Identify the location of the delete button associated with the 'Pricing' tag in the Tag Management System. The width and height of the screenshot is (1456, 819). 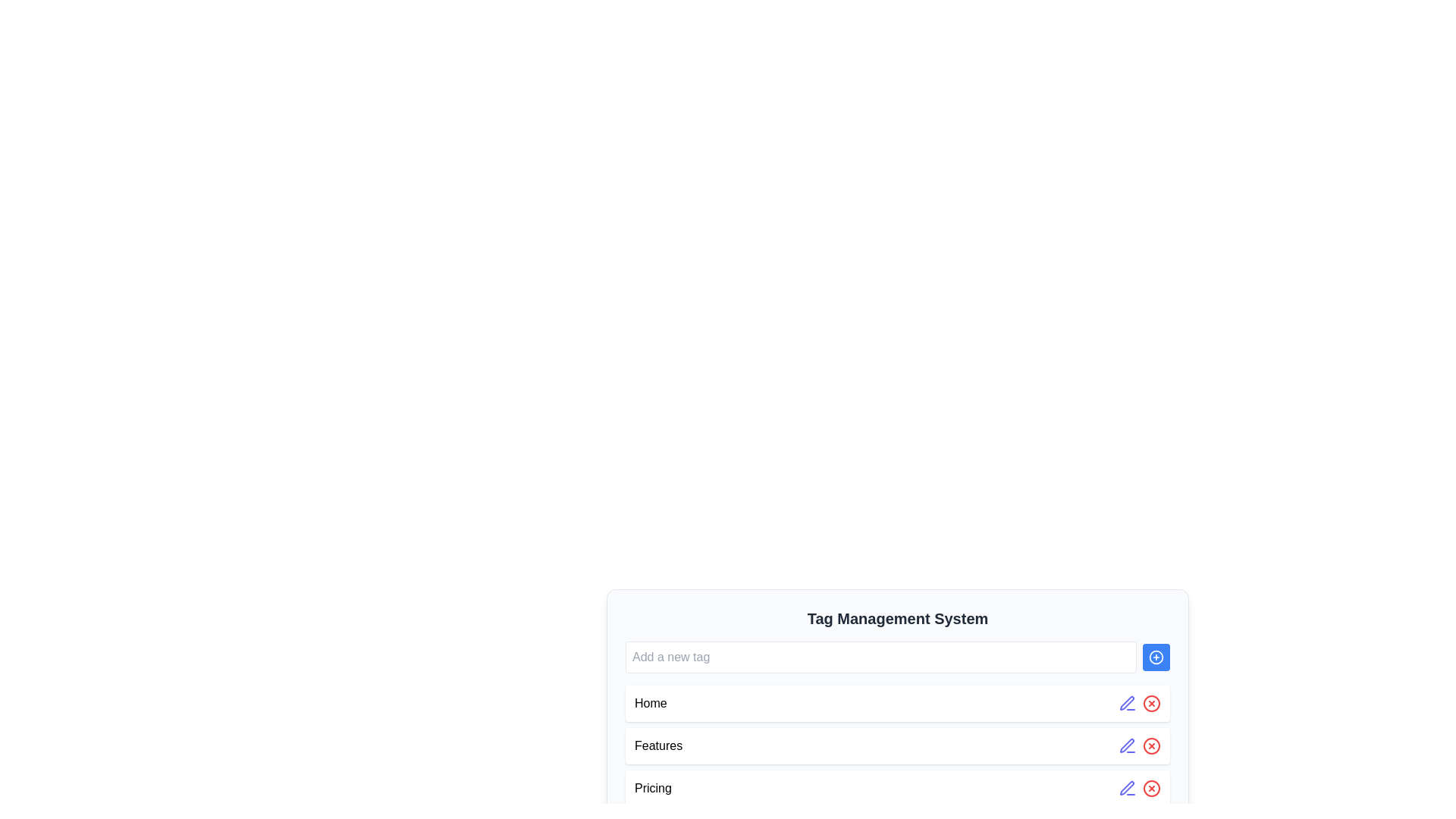
(1151, 745).